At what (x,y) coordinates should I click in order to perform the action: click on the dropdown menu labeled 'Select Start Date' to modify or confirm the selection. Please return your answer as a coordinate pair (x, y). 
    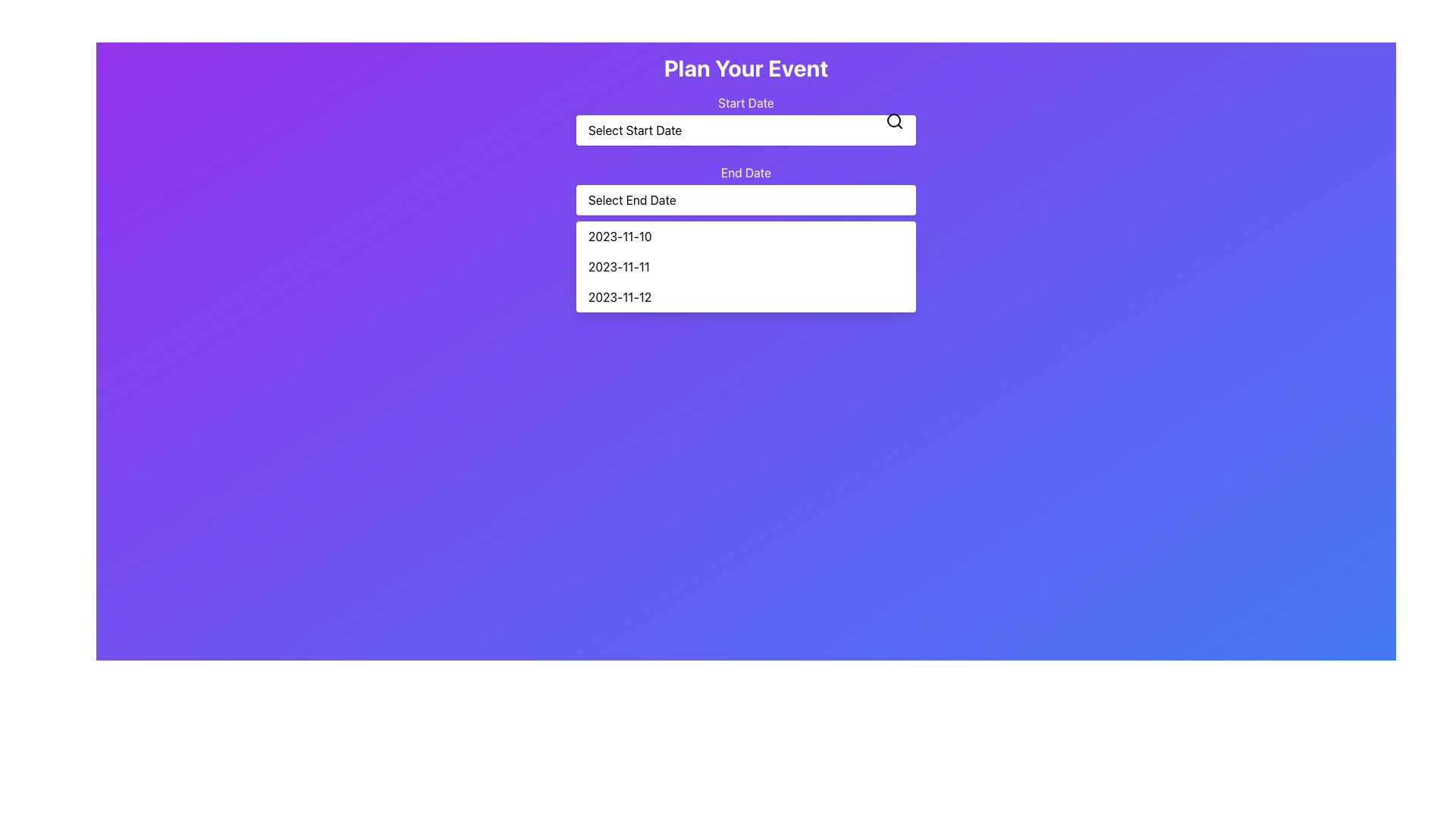
    Looking at the image, I should click on (745, 119).